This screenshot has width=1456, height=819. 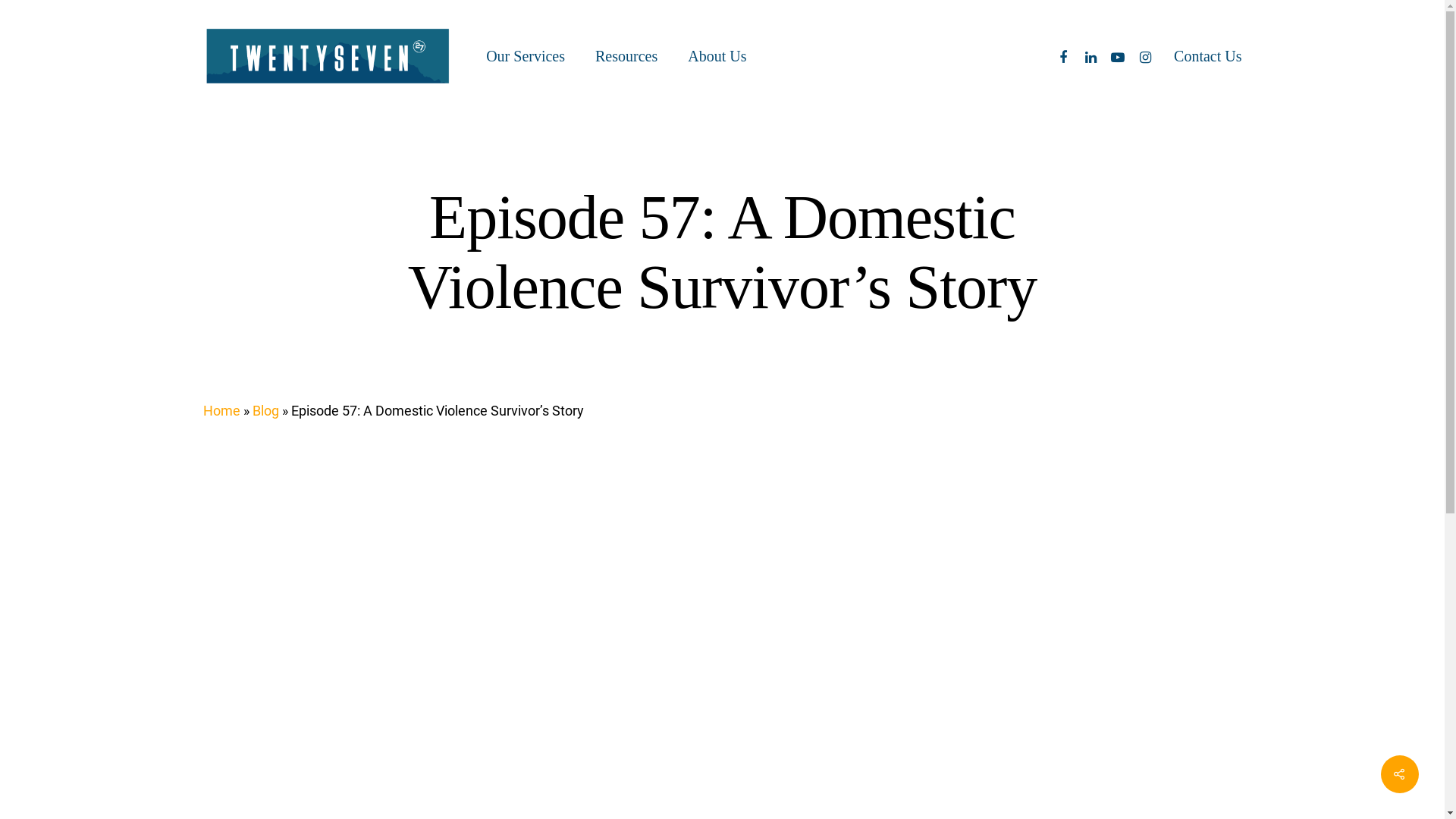 What do you see at coordinates (202, 410) in the screenshot?
I see `'Home'` at bounding box center [202, 410].